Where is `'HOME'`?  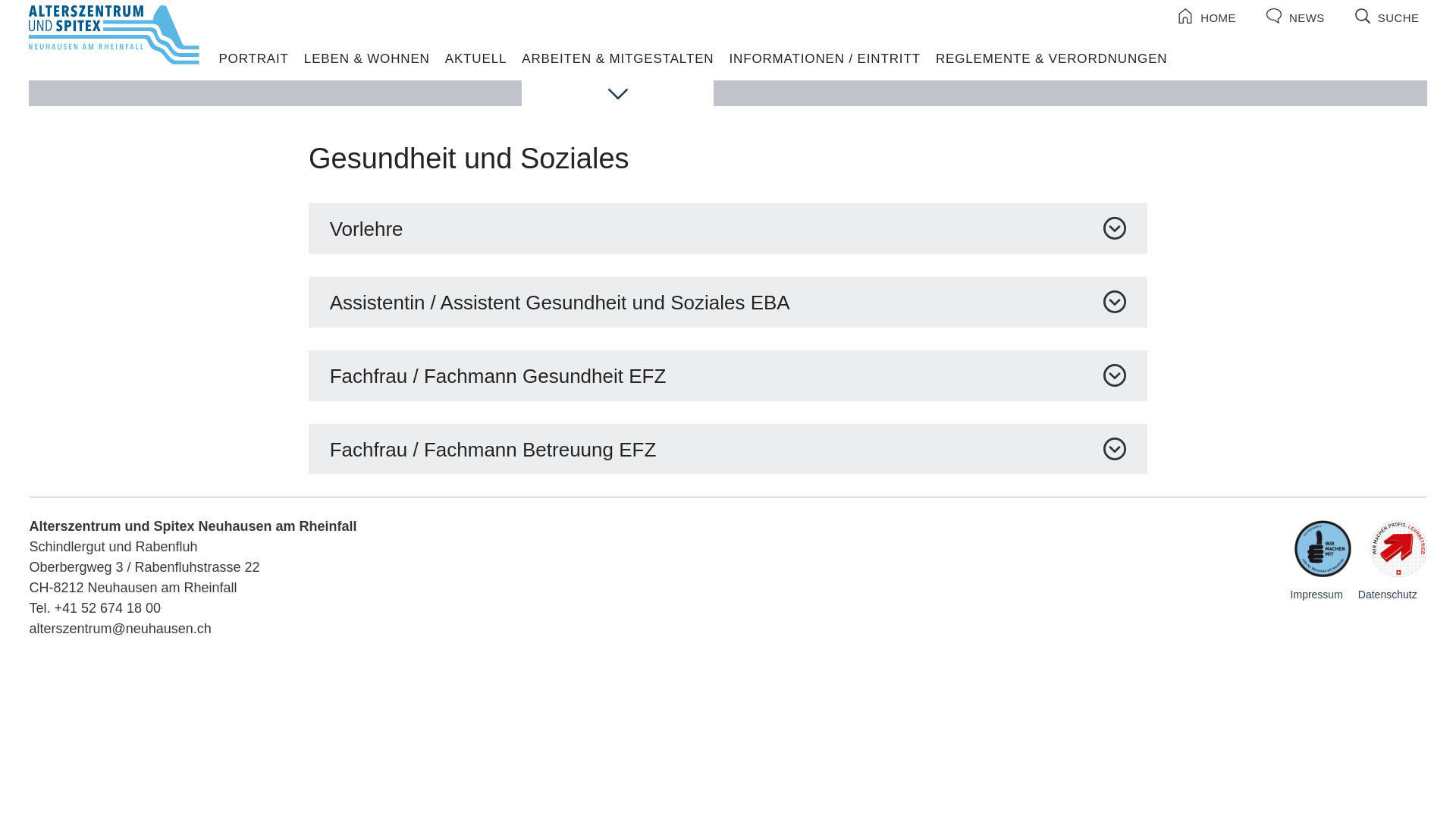 'HOME' is located at coordinates (1206, 15).